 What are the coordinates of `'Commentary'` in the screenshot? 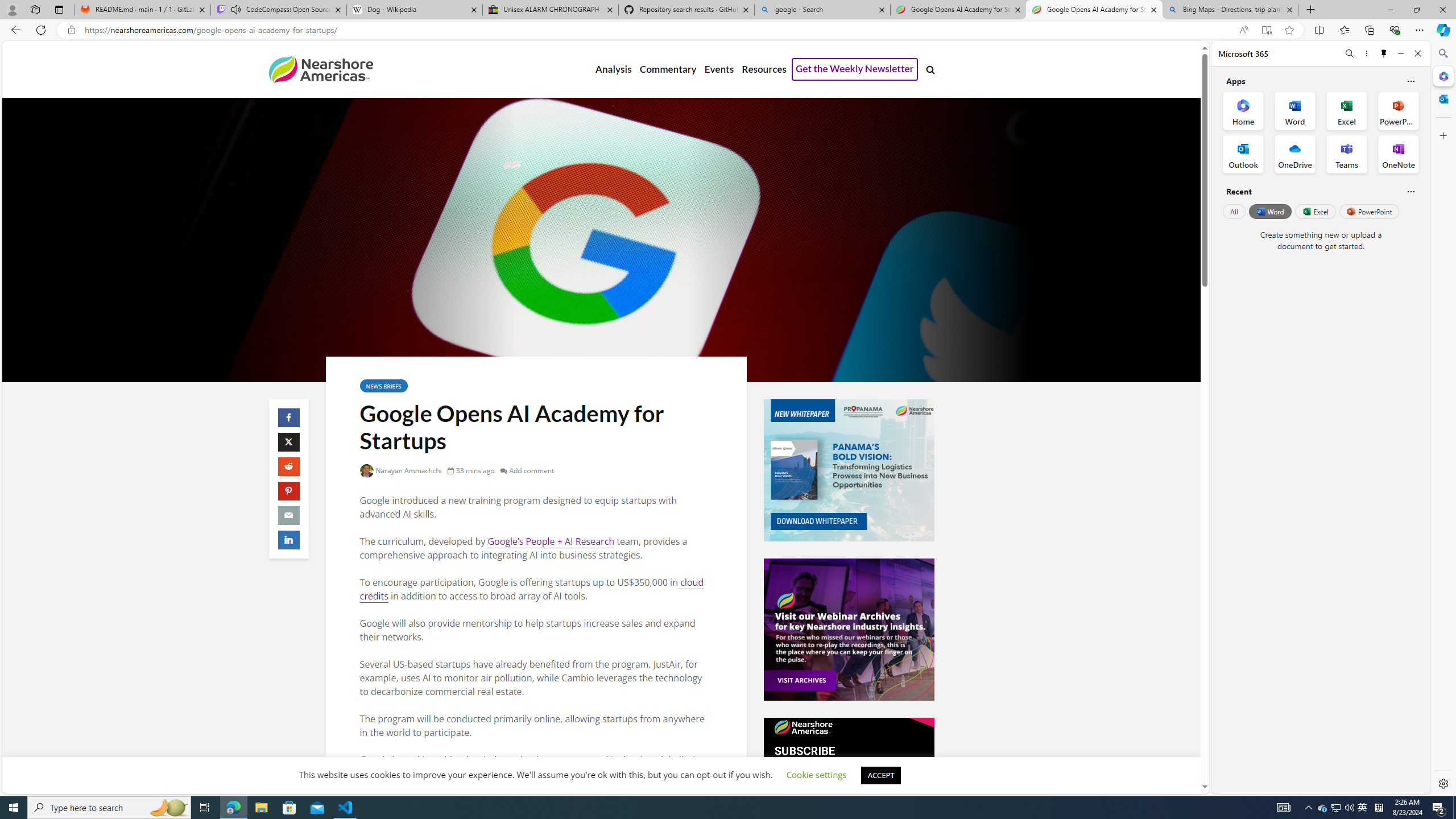 It's located at (667, 69).